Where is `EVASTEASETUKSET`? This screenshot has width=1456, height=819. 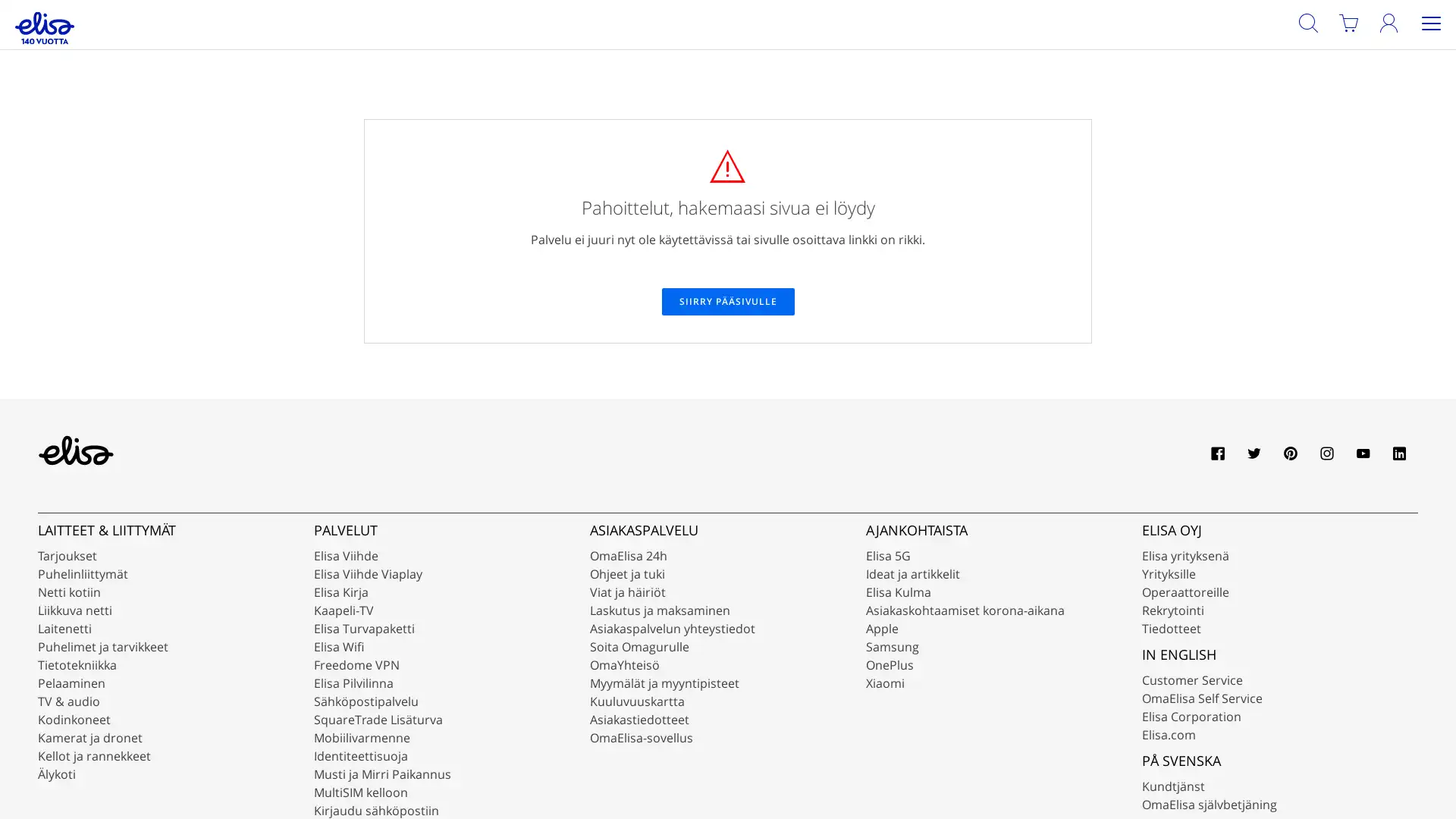
EVASTEASETUKSET is located at coordinates (1248, 765).